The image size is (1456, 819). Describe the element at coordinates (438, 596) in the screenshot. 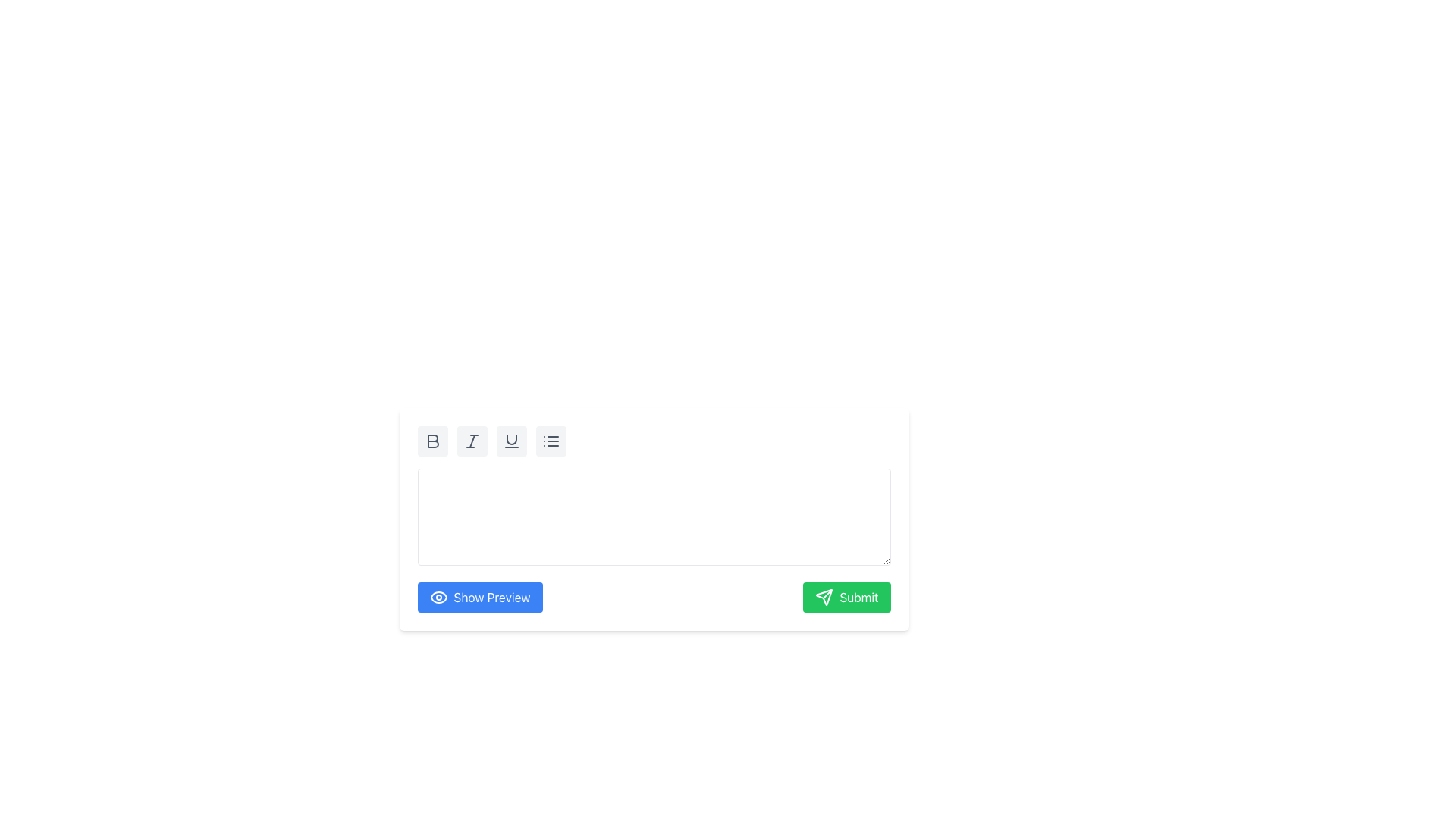

I see `the eye icon that visually represents the 'Show Preview' button, located immediately to the left of the button's text` at that location.